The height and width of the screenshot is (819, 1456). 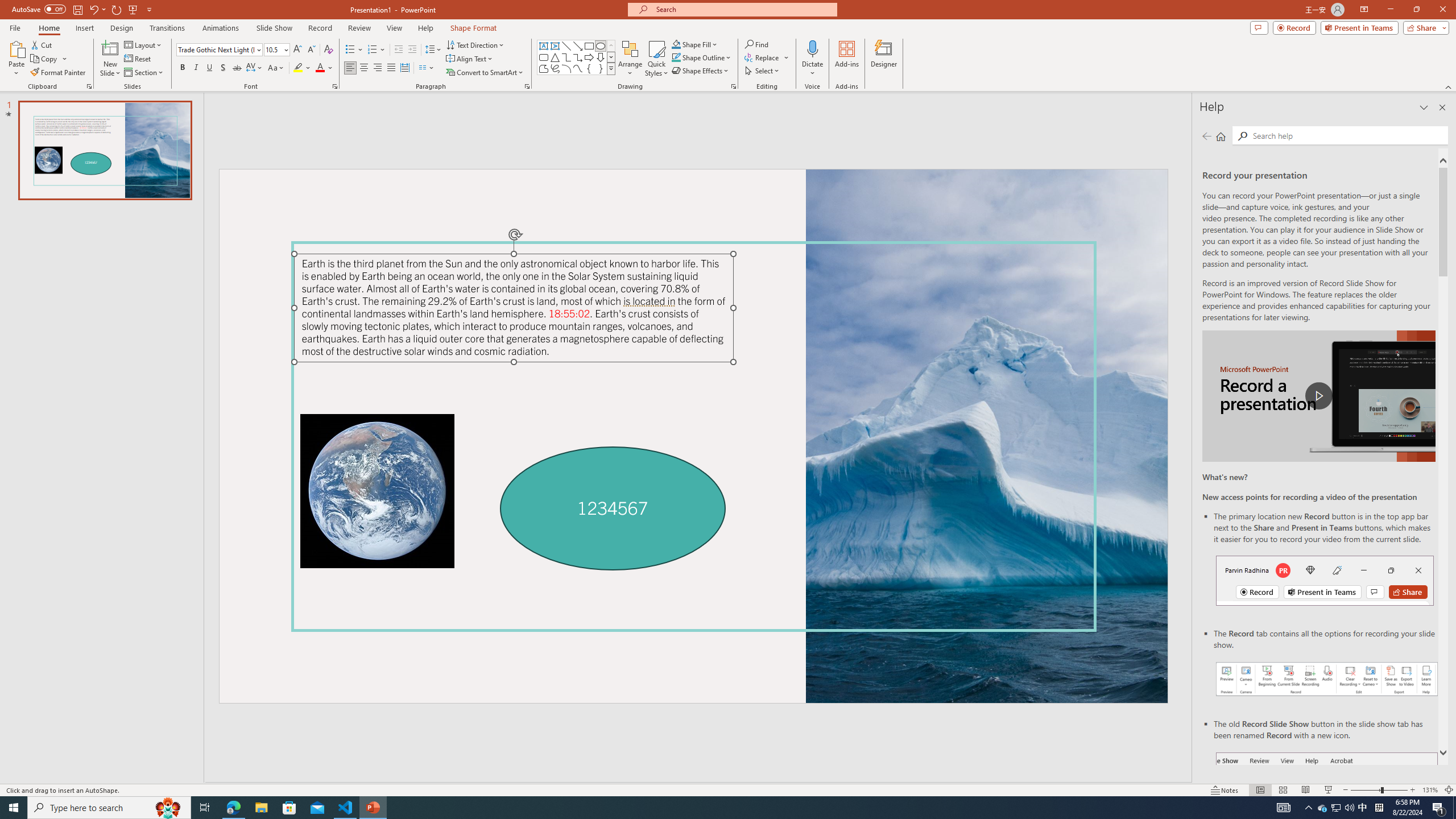 What do you see at coordinates (183, 67) in the screenshot?
I see `'Bold'` at bounding box center [183, 67].